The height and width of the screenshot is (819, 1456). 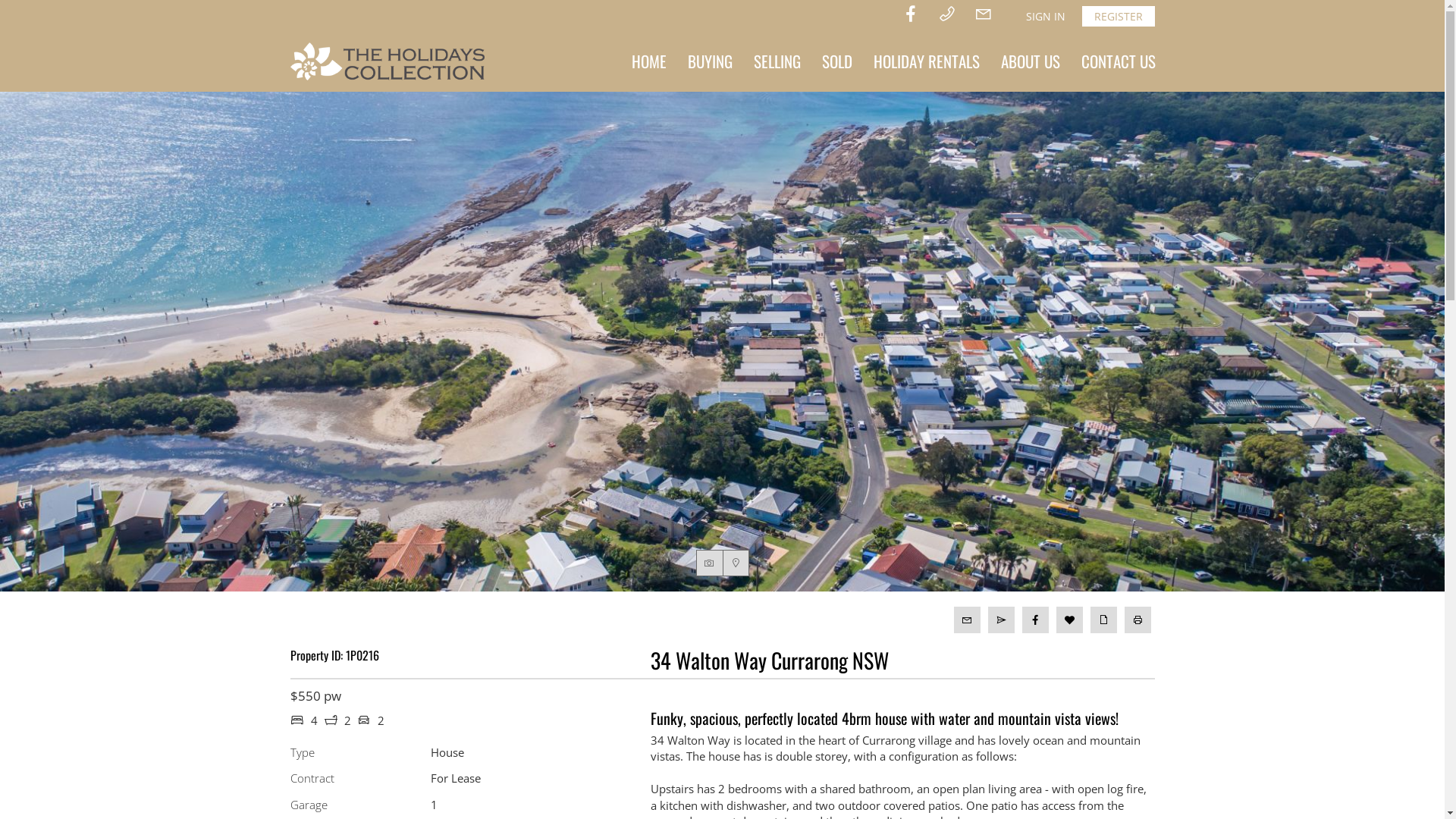 I want to click on 'SOLD', so click(x=836, y=61).